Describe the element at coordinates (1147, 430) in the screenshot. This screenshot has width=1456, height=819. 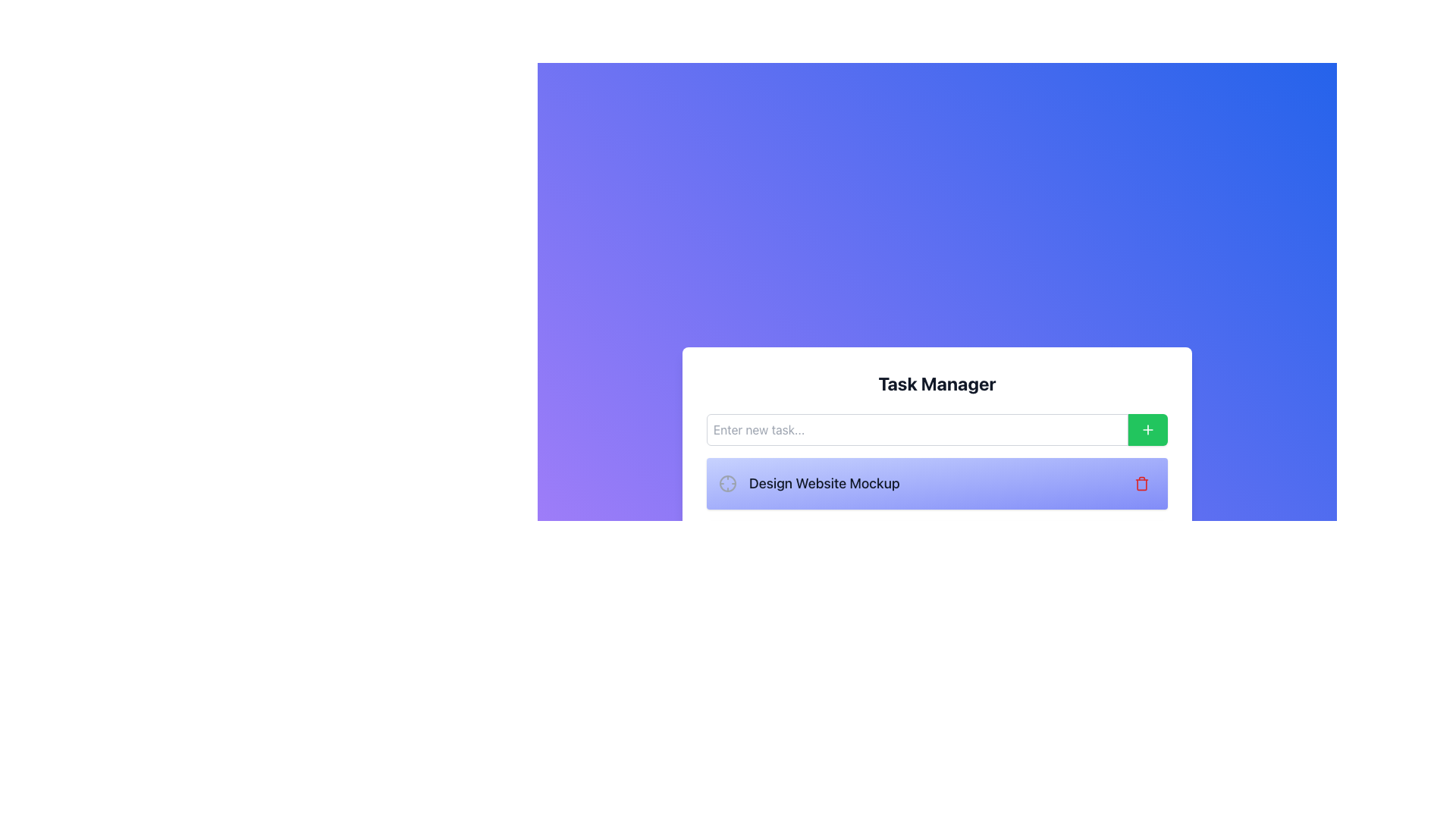
I see `the SVG icon that indicates the action of adding a new task, which is located within a green rectangular button in the header of the task manager interface` at that location.